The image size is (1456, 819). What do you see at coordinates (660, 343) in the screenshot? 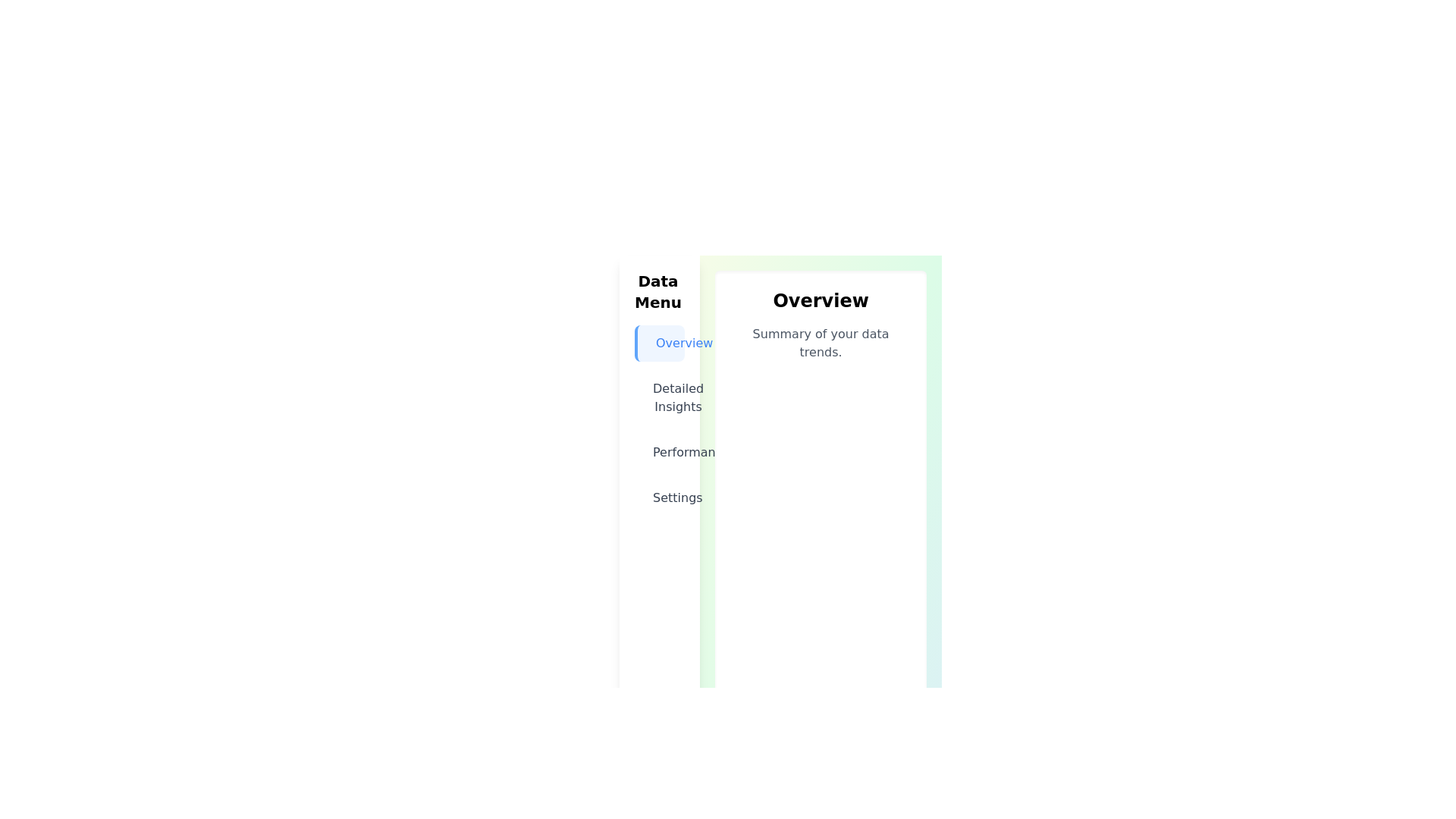
I see `the menu item labeled Overview` at bounding box center [660, 343].